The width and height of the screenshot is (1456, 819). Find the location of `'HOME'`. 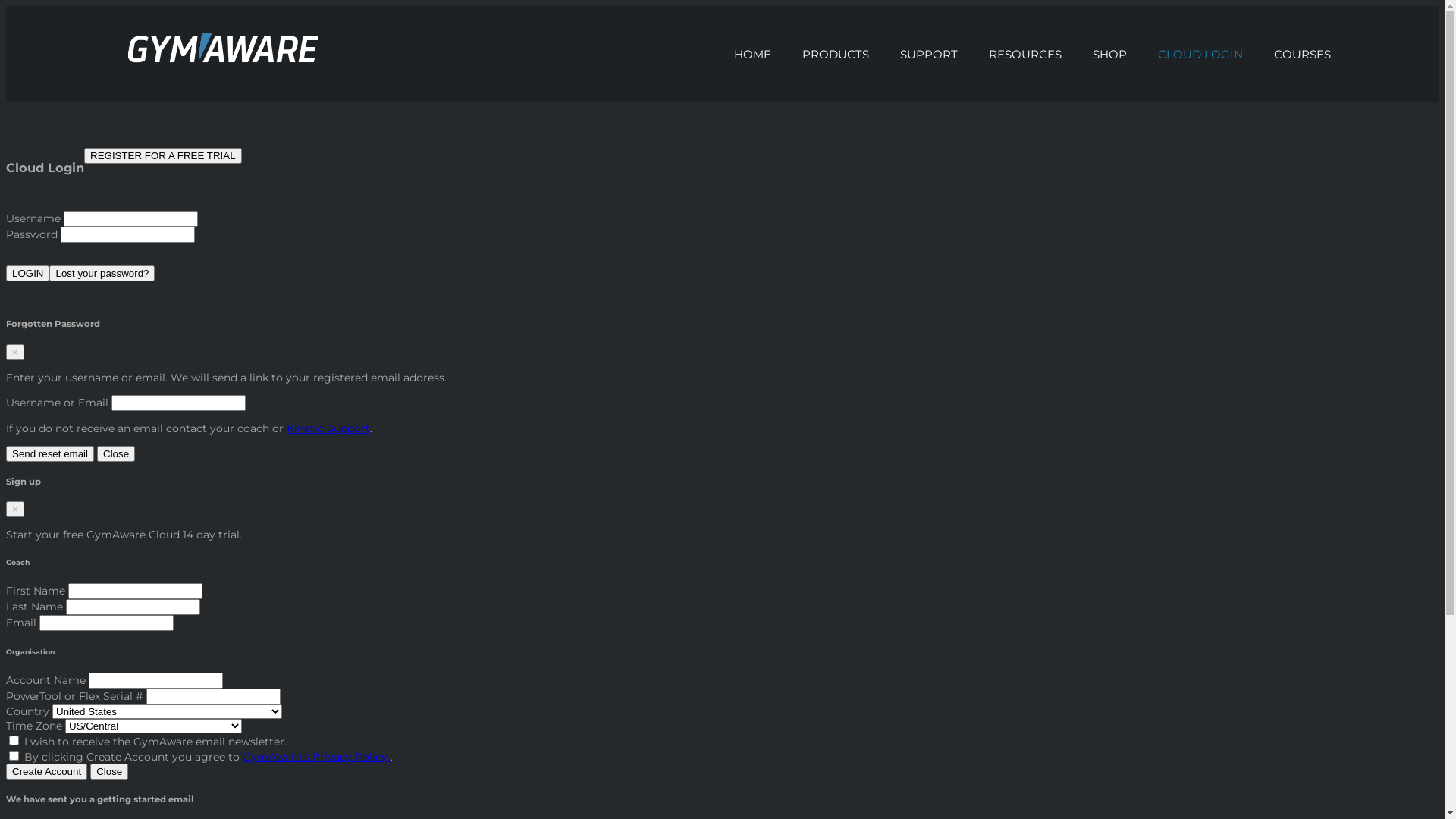

'HOME' is located at coordinates (753, 53).